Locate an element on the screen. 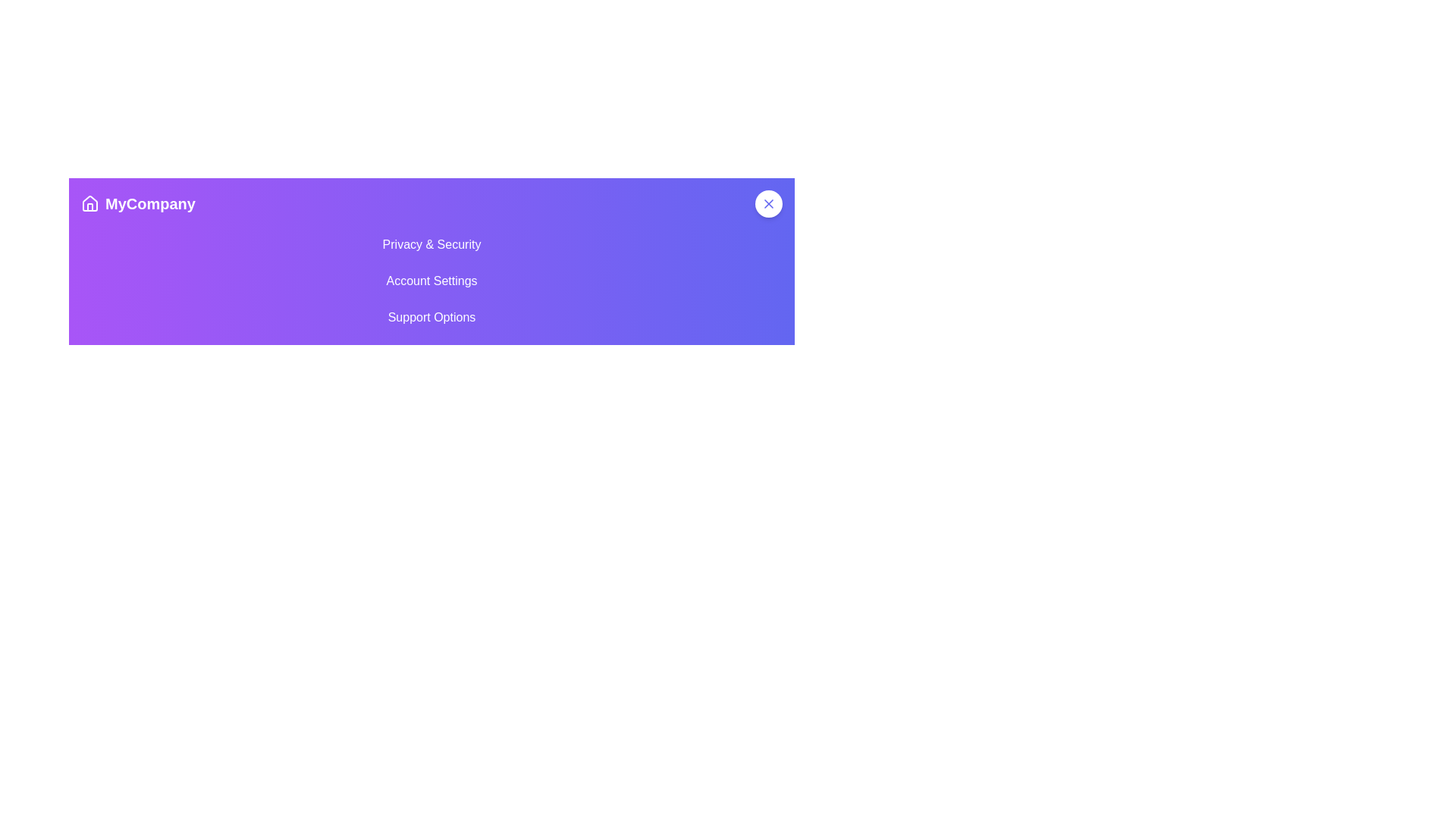  the logo icon located on the leftmost side of the purple header bar, immediately to the left of the text 'MyCompany' is located at coordinates (89, 202).